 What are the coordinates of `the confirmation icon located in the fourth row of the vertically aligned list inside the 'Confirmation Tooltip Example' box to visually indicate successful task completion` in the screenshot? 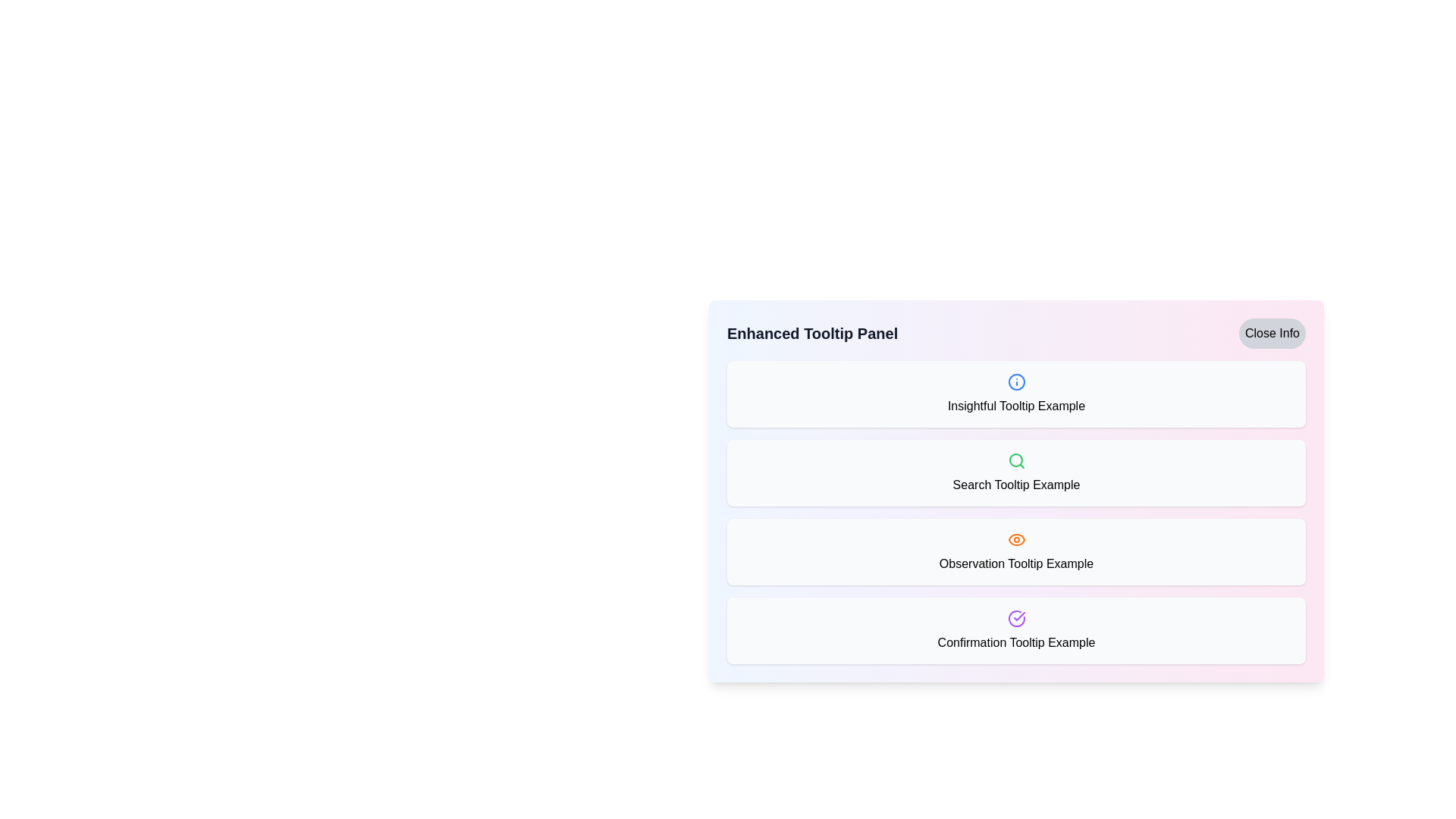 It's located at (1016, 619).